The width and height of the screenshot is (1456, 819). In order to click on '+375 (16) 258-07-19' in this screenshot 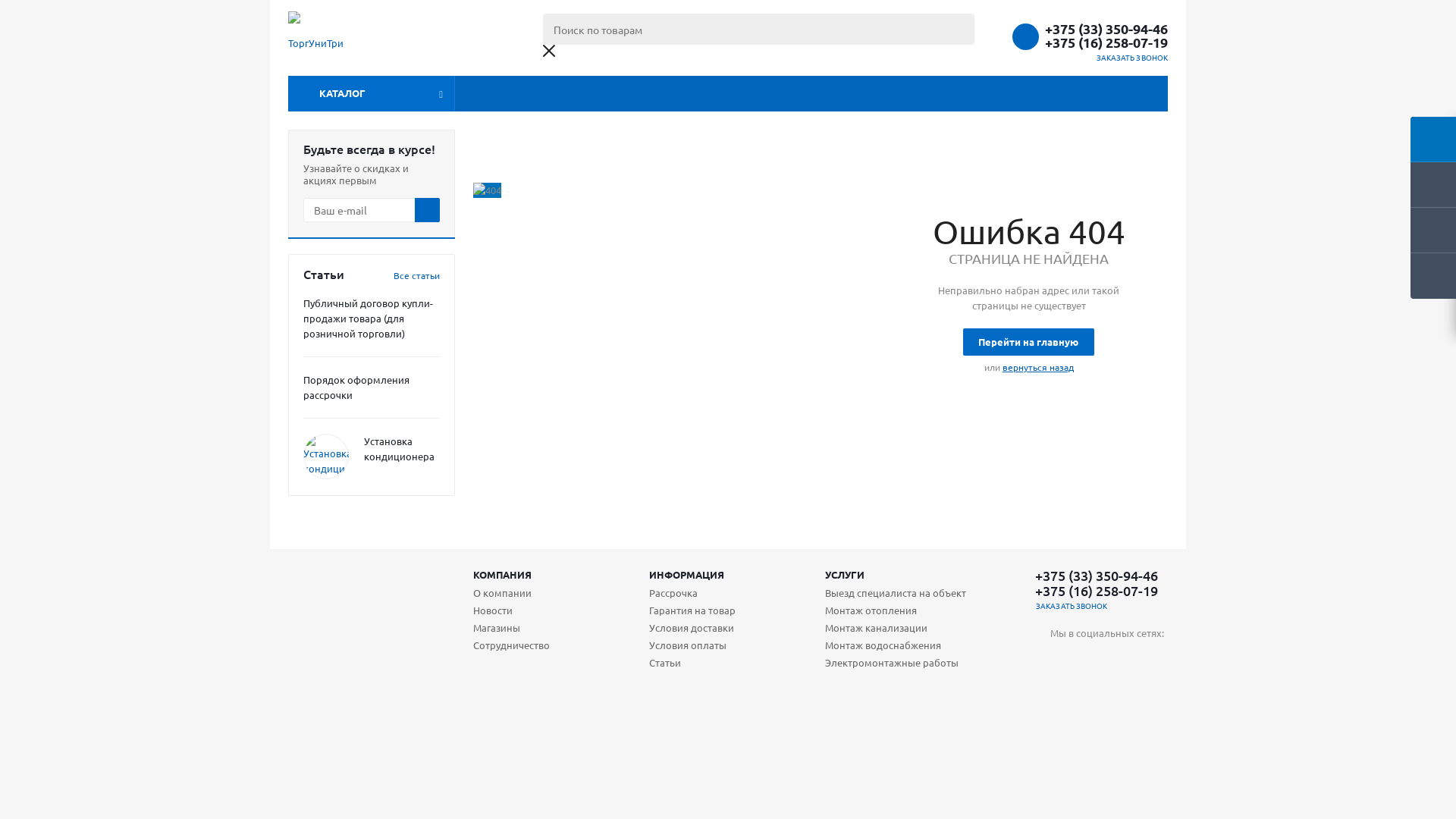, I will do `click(1043, 42)`.